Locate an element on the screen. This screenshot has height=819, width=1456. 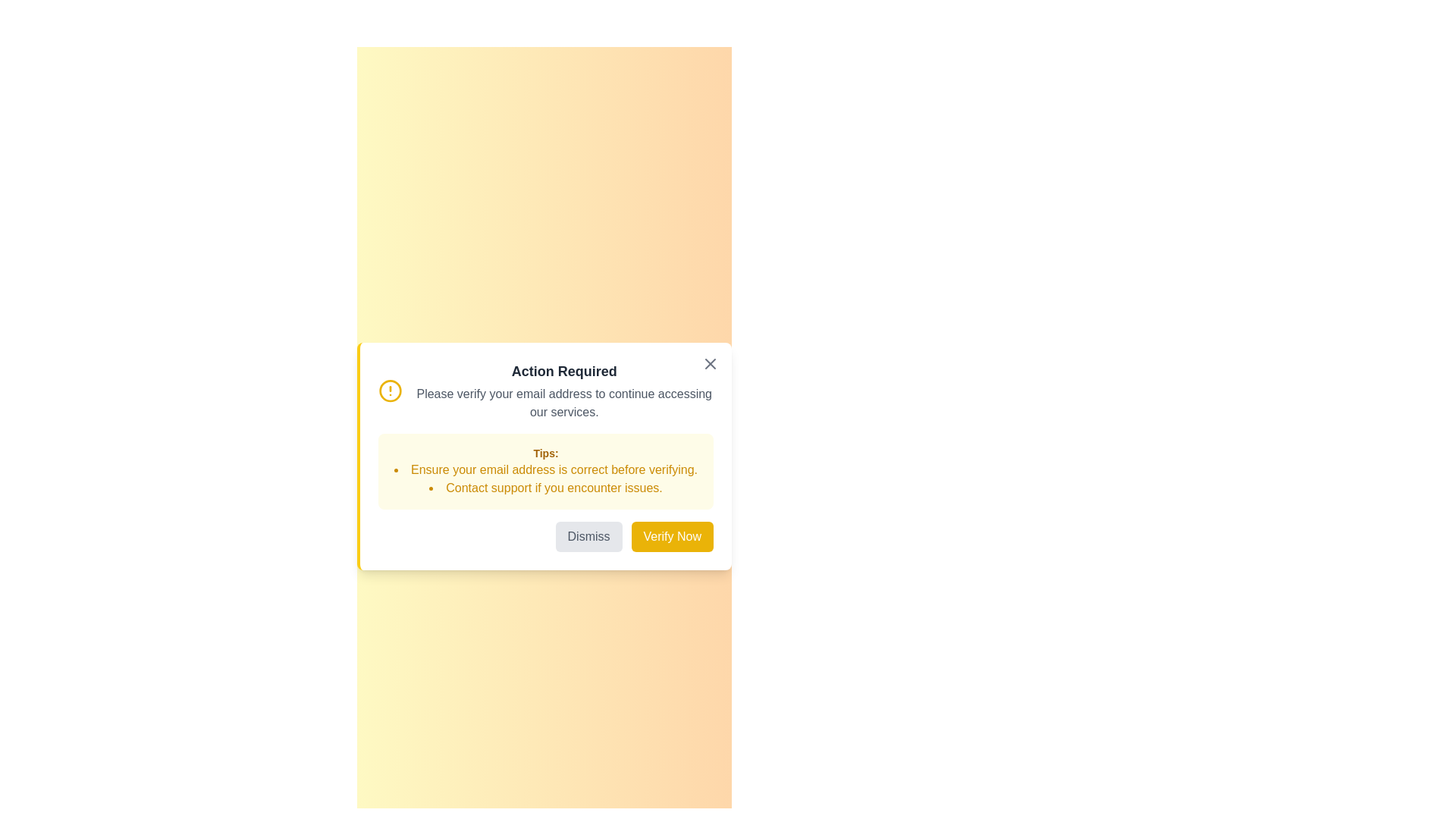
the 'Dismiss' button to close the alert is located at coordinates (588, 536).